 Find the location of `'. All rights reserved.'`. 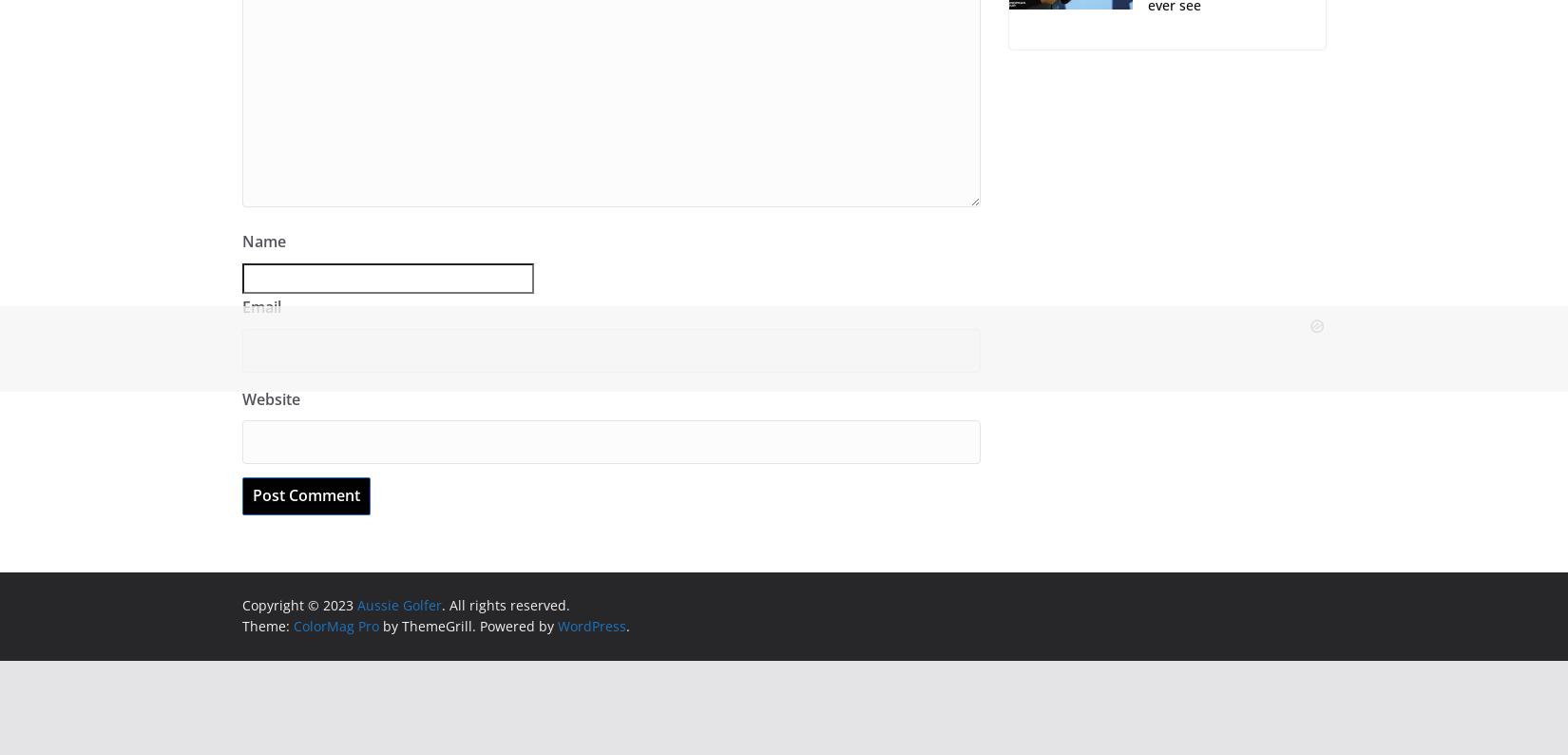

'. All rights reserved.' is located at coordinates (505, 604).